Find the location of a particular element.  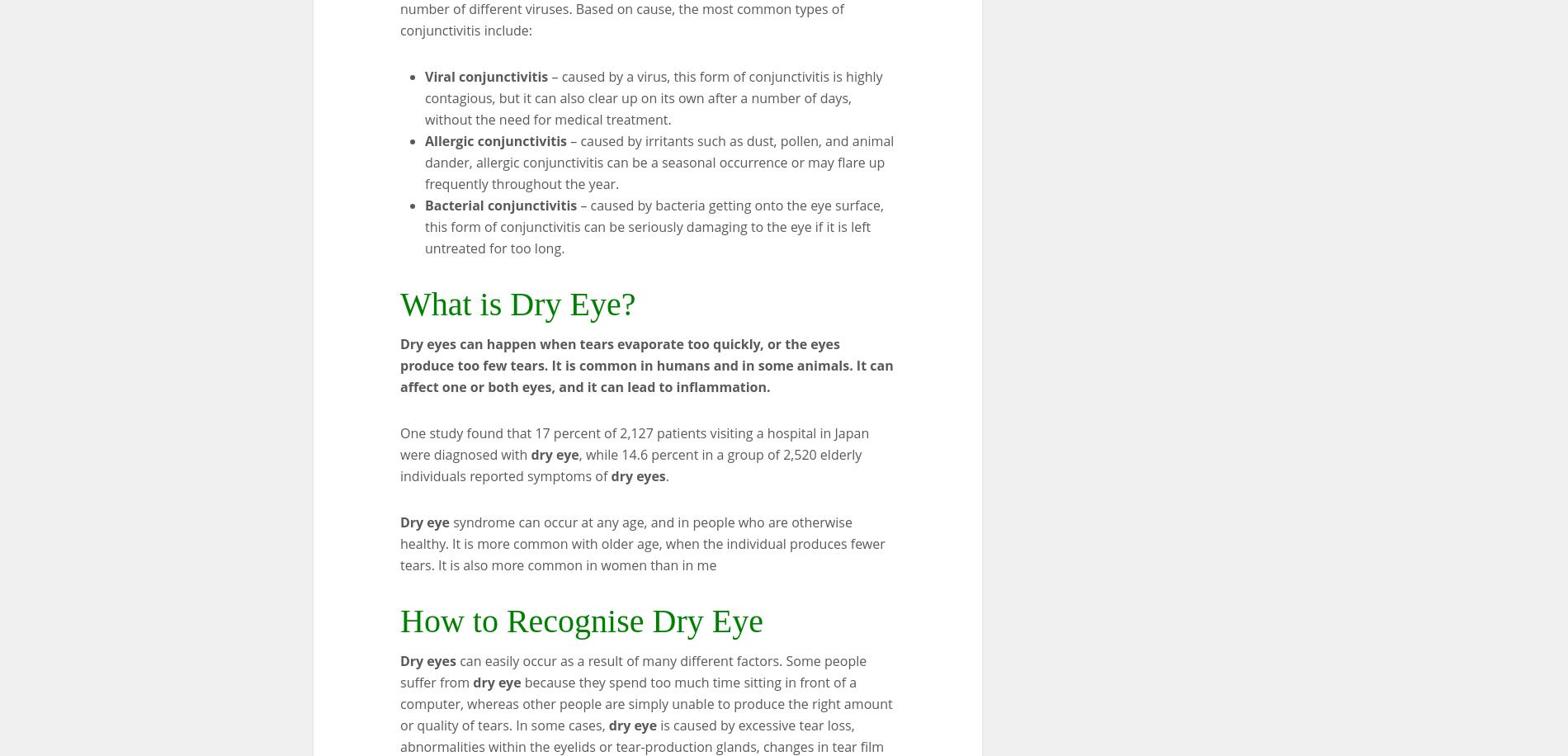

'syndrome can occur at any age, and in people who are otherwise healthy. It is more common with older age, when the individual produces fewer tears. It is also more common in women than in me' is located at coordinates (641, 541).